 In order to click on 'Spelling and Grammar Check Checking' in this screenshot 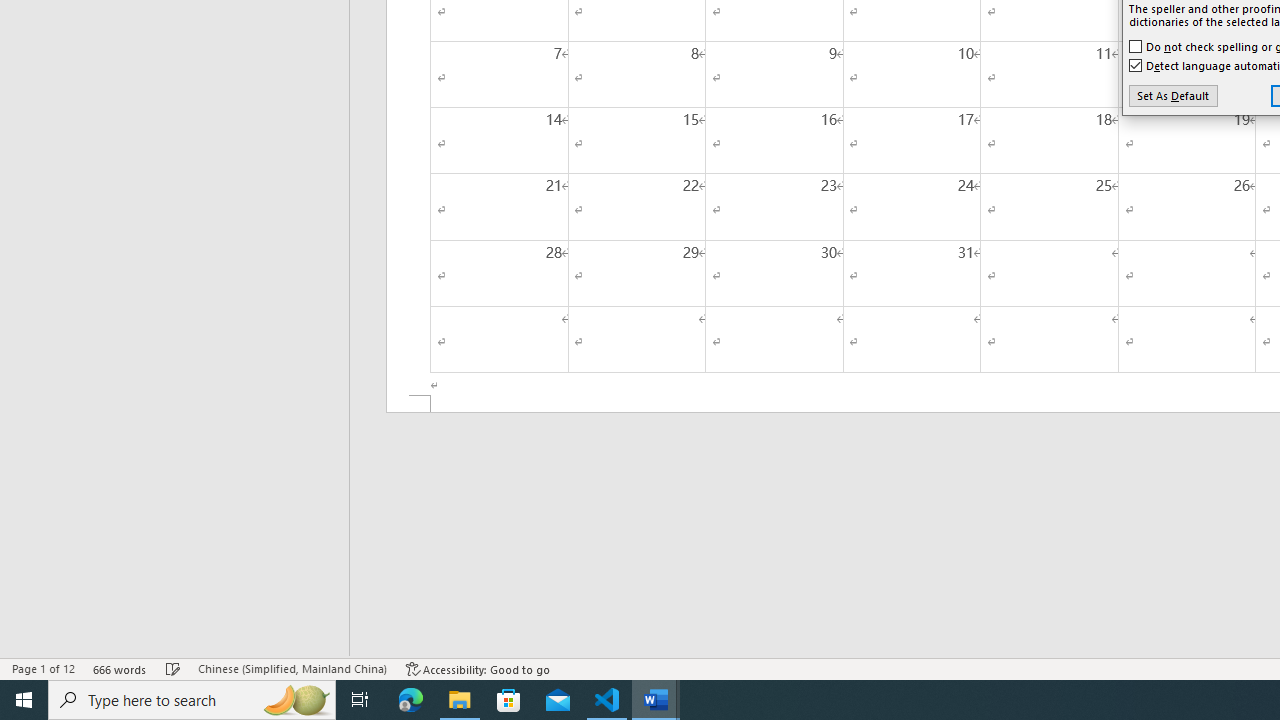, I will do `click(173, 669)`.